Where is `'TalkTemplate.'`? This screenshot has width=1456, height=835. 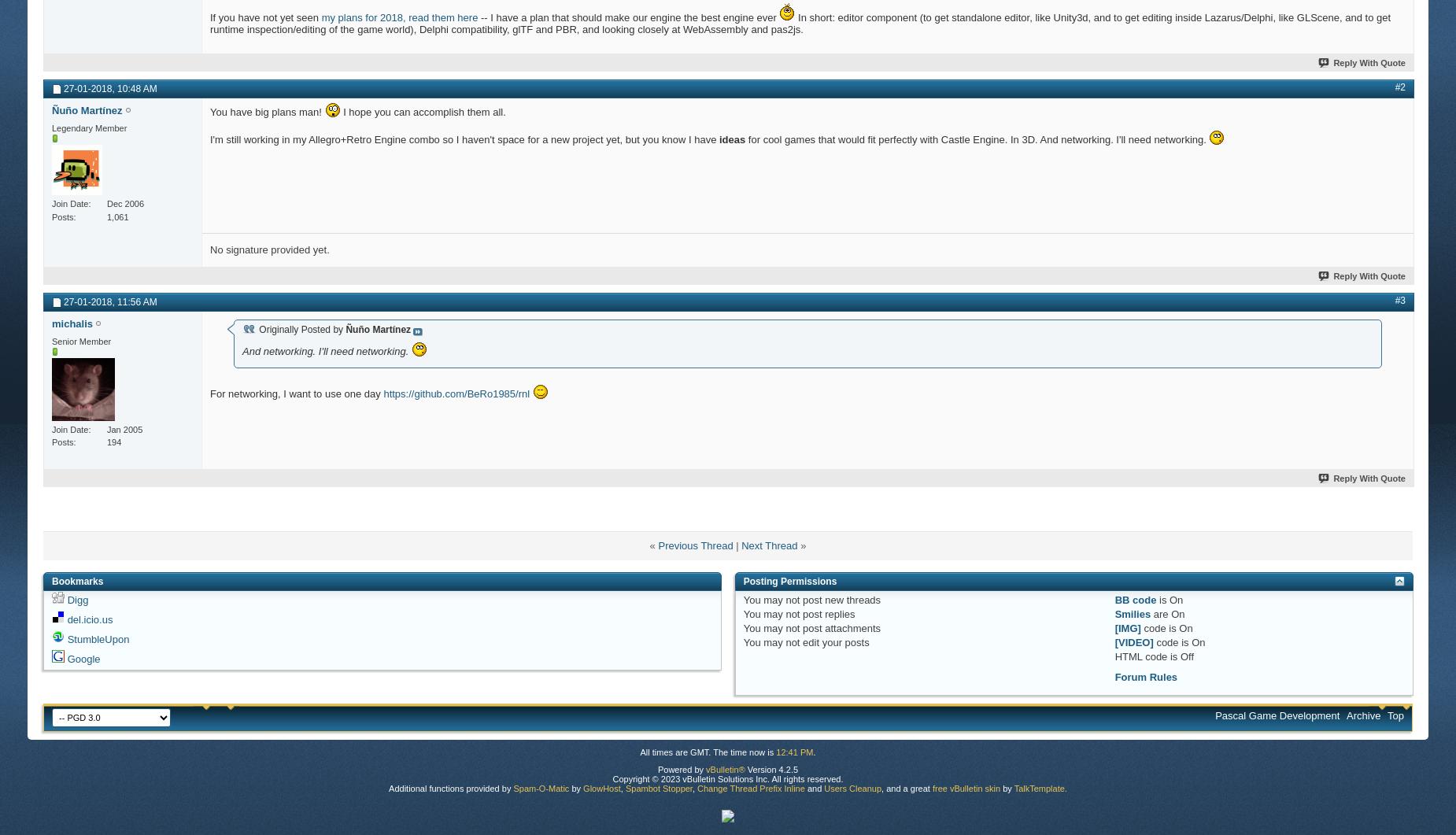
'TalkTemplate.' is located at coordinates (1039, 786).